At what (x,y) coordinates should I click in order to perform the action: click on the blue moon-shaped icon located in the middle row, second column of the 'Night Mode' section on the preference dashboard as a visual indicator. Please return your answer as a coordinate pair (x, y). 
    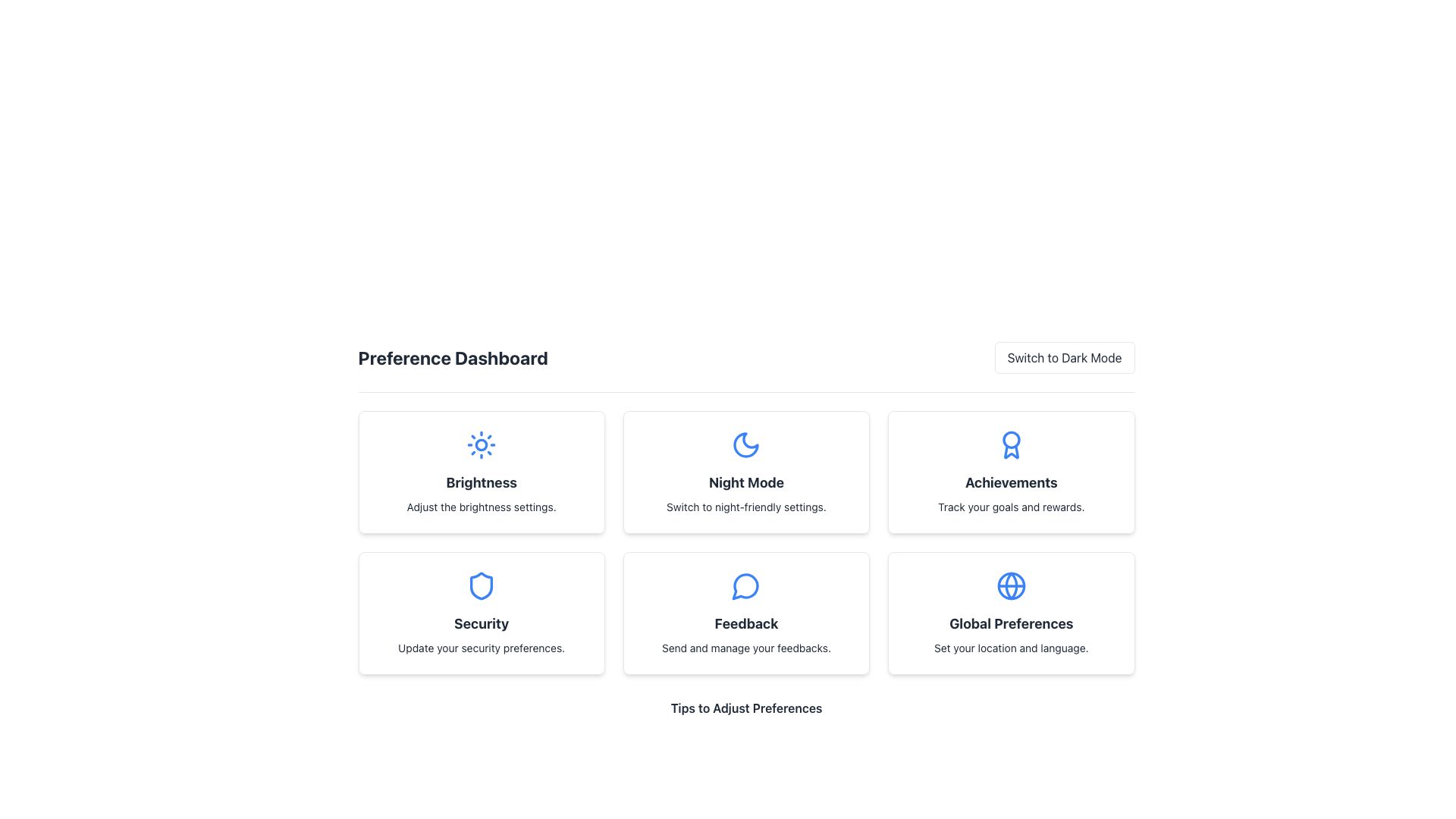
    Looking at the image, I should click on (746, 444).